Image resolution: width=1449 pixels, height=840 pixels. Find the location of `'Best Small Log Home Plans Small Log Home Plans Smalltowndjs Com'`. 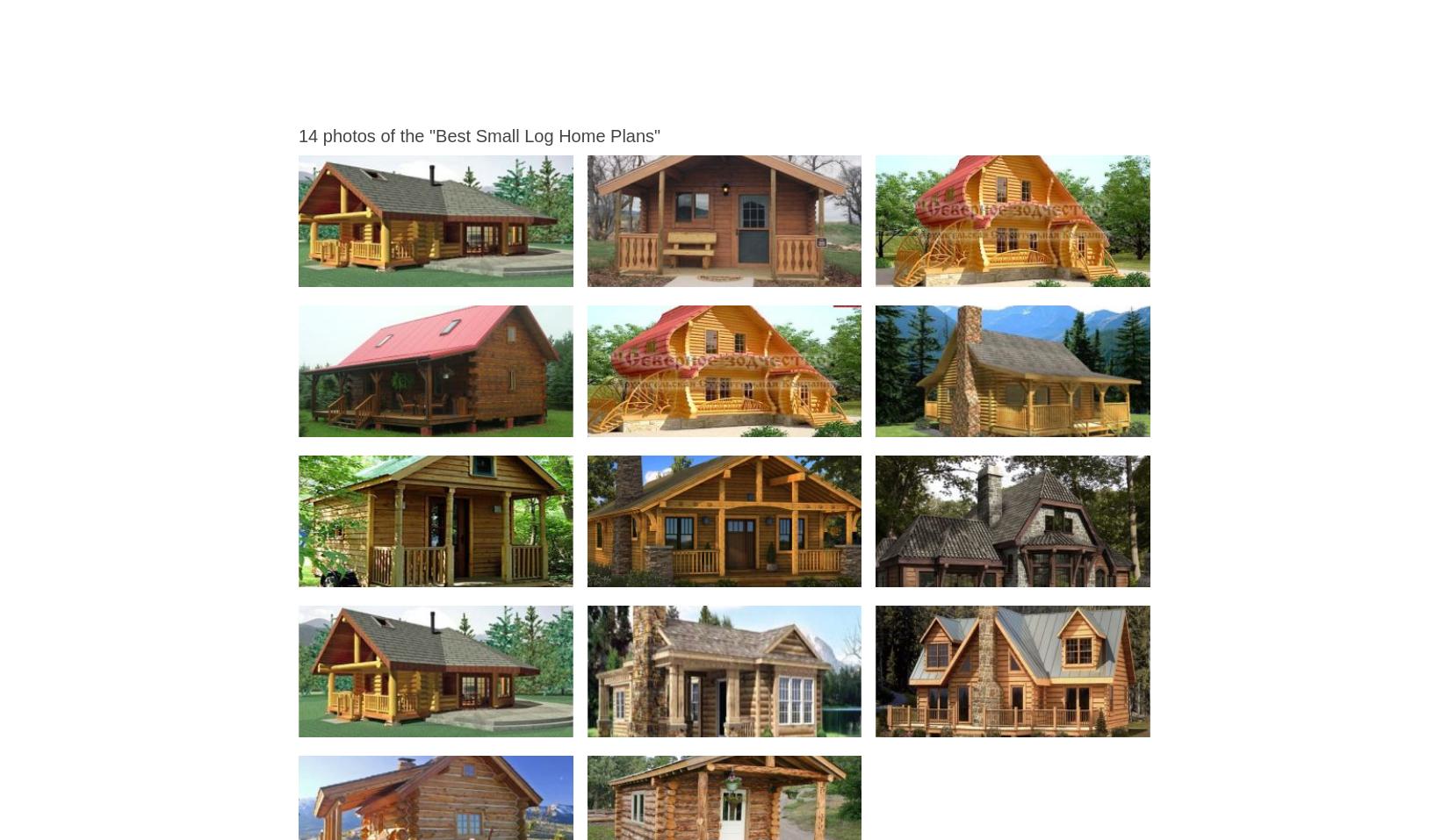

'Best Small Log Home Plans Small Log Home Plans Smalltowndjs Com' is located at coordinates (756, 571).